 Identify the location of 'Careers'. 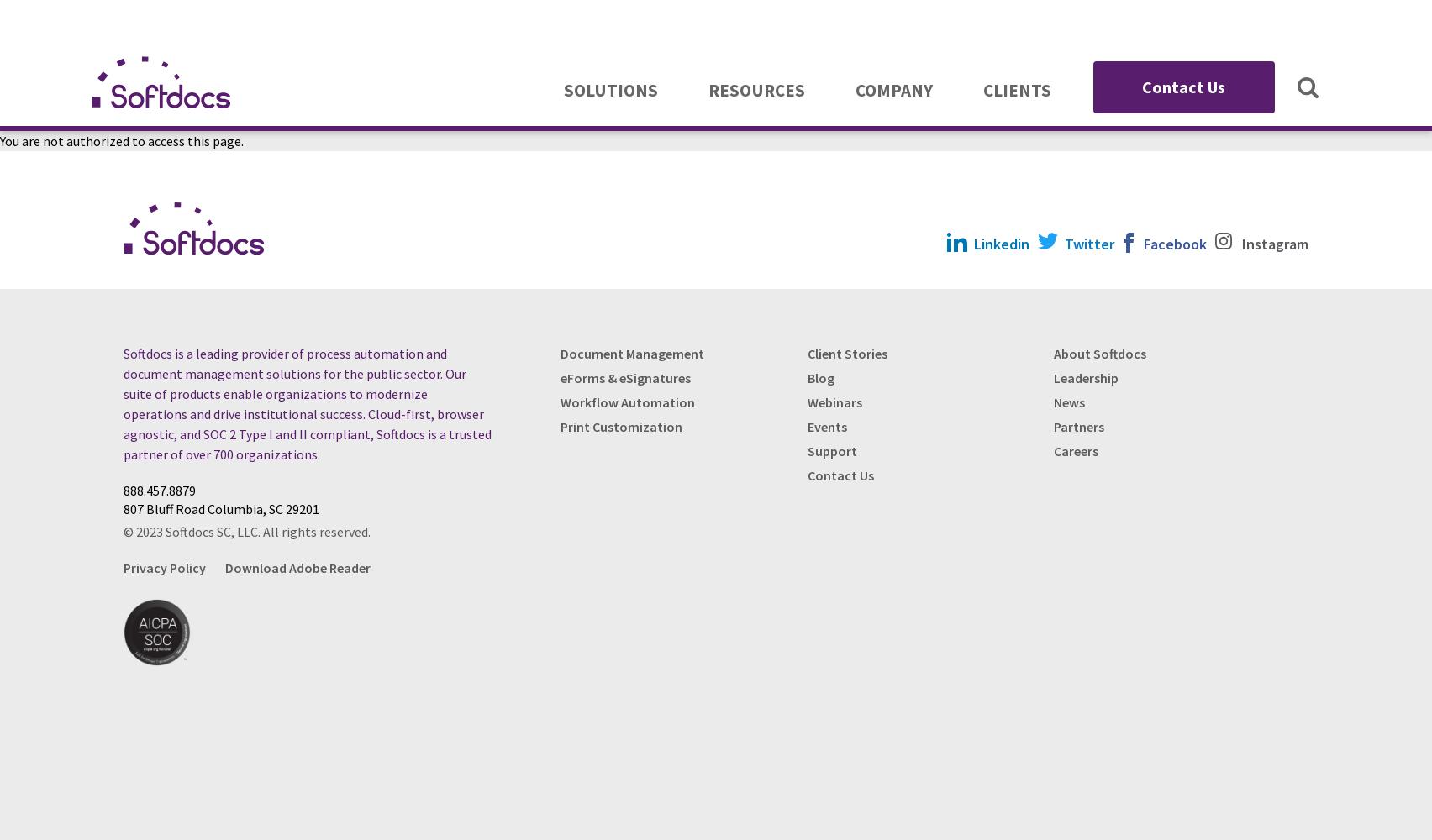
(1076, 450).